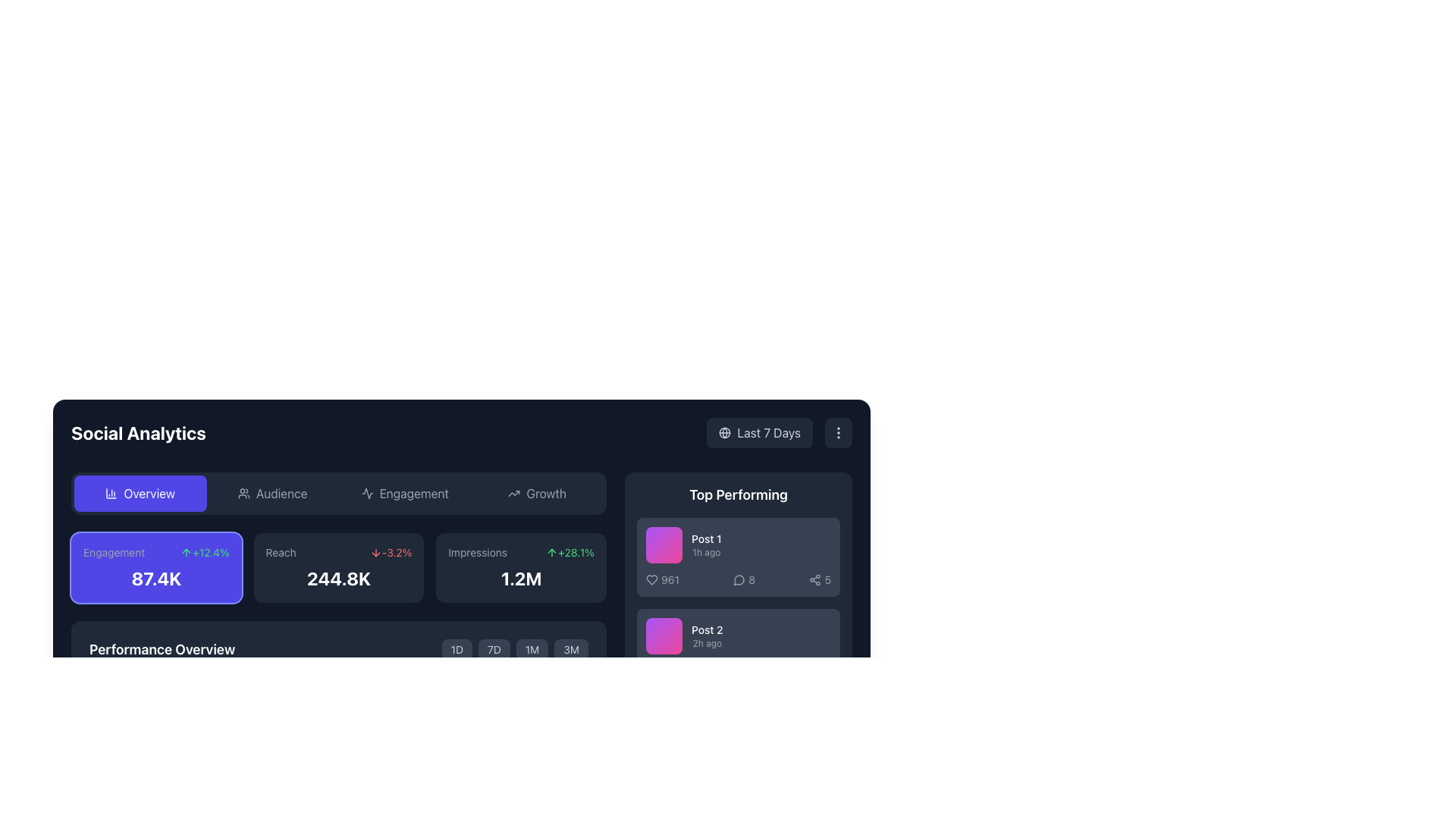 This screenshot has height=819, width=1456. I want to click on the static text label displaying 'Post 2' which is styled with white text on a dark background, located in the second row of the 'Top Performing' section, so click(706, 629).